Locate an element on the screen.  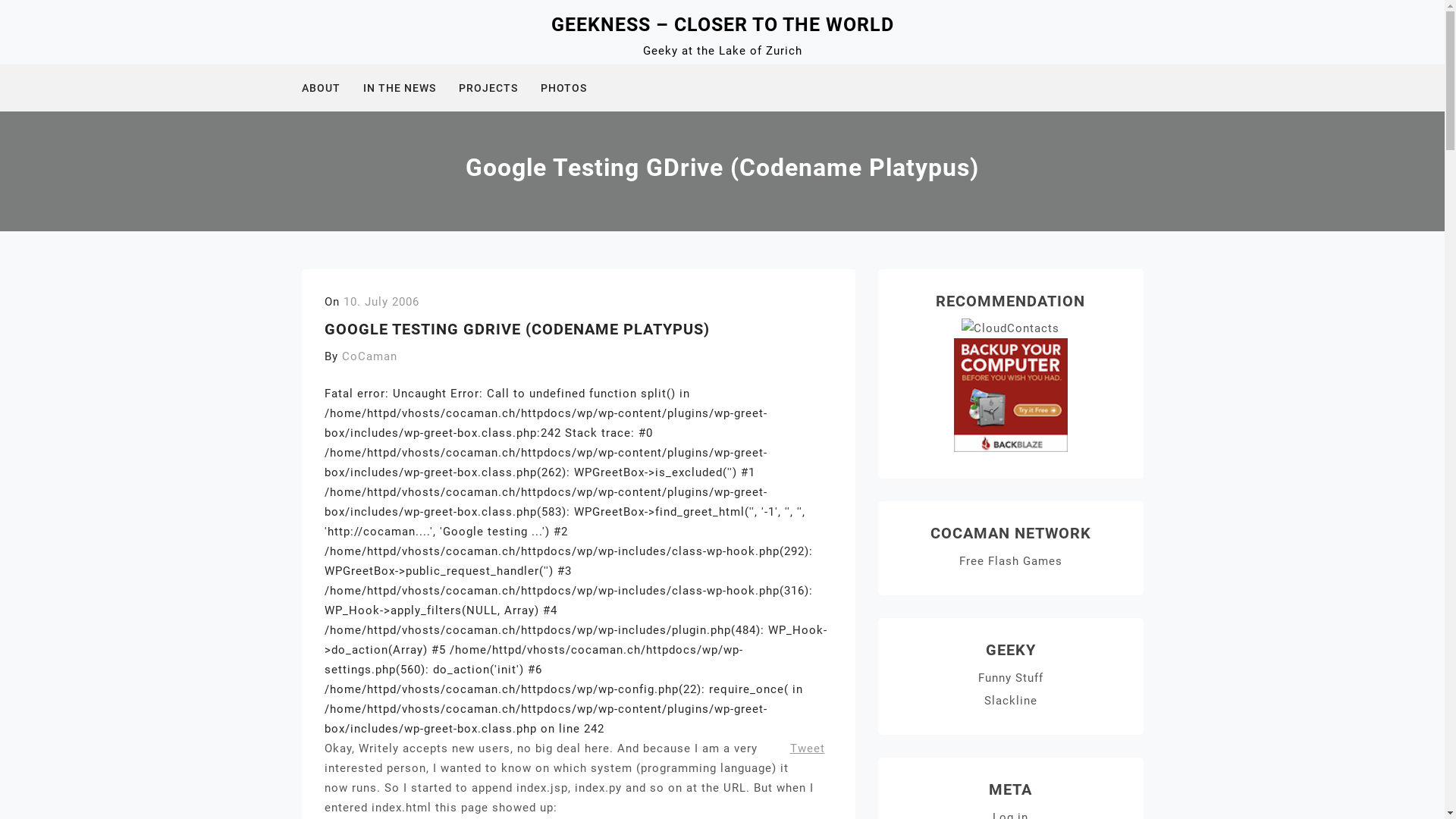
'Slackline' is located at coordinates (1011, 701).